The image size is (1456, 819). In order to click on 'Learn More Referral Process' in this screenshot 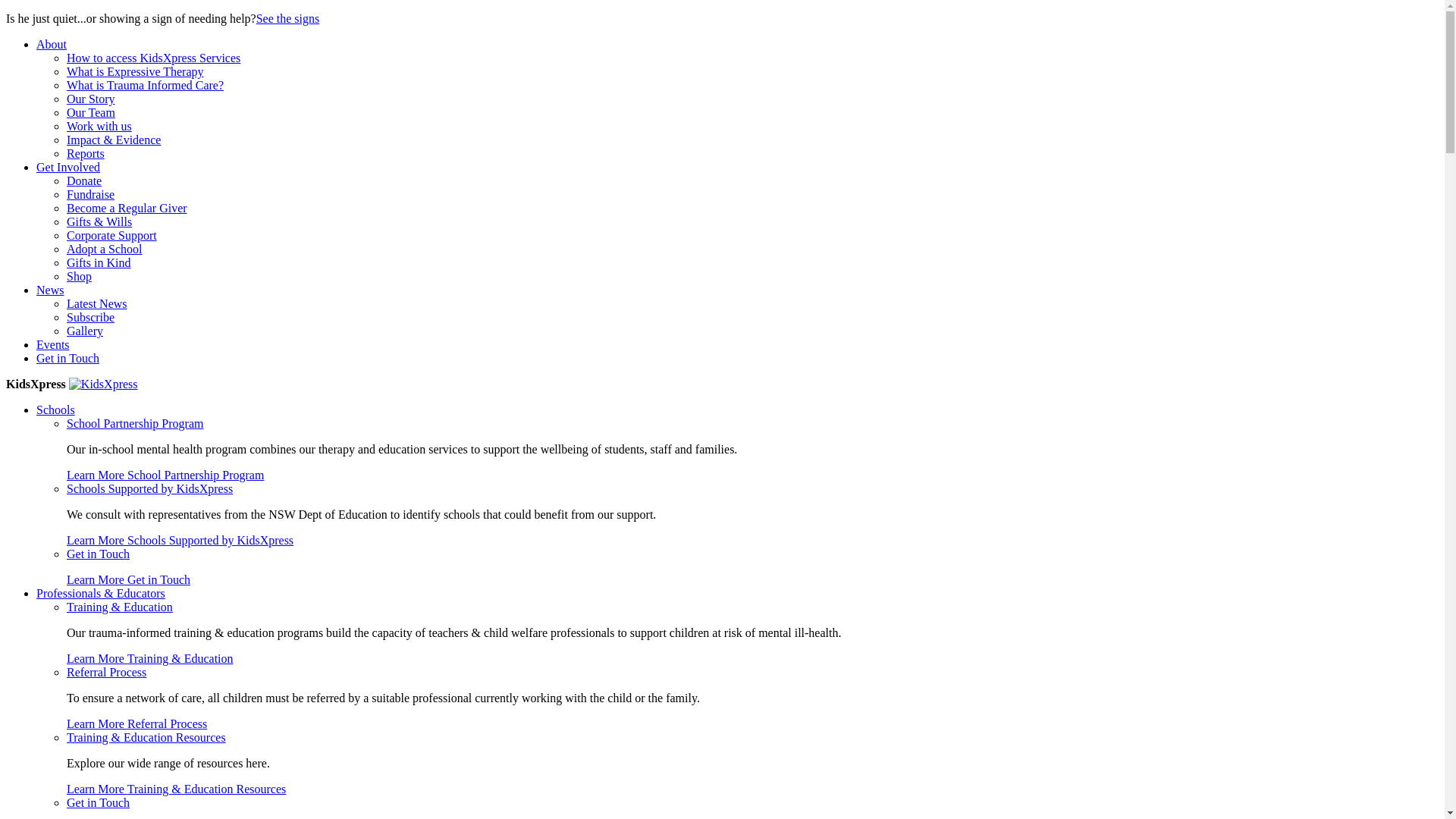, I will do `click(136, 723)`.